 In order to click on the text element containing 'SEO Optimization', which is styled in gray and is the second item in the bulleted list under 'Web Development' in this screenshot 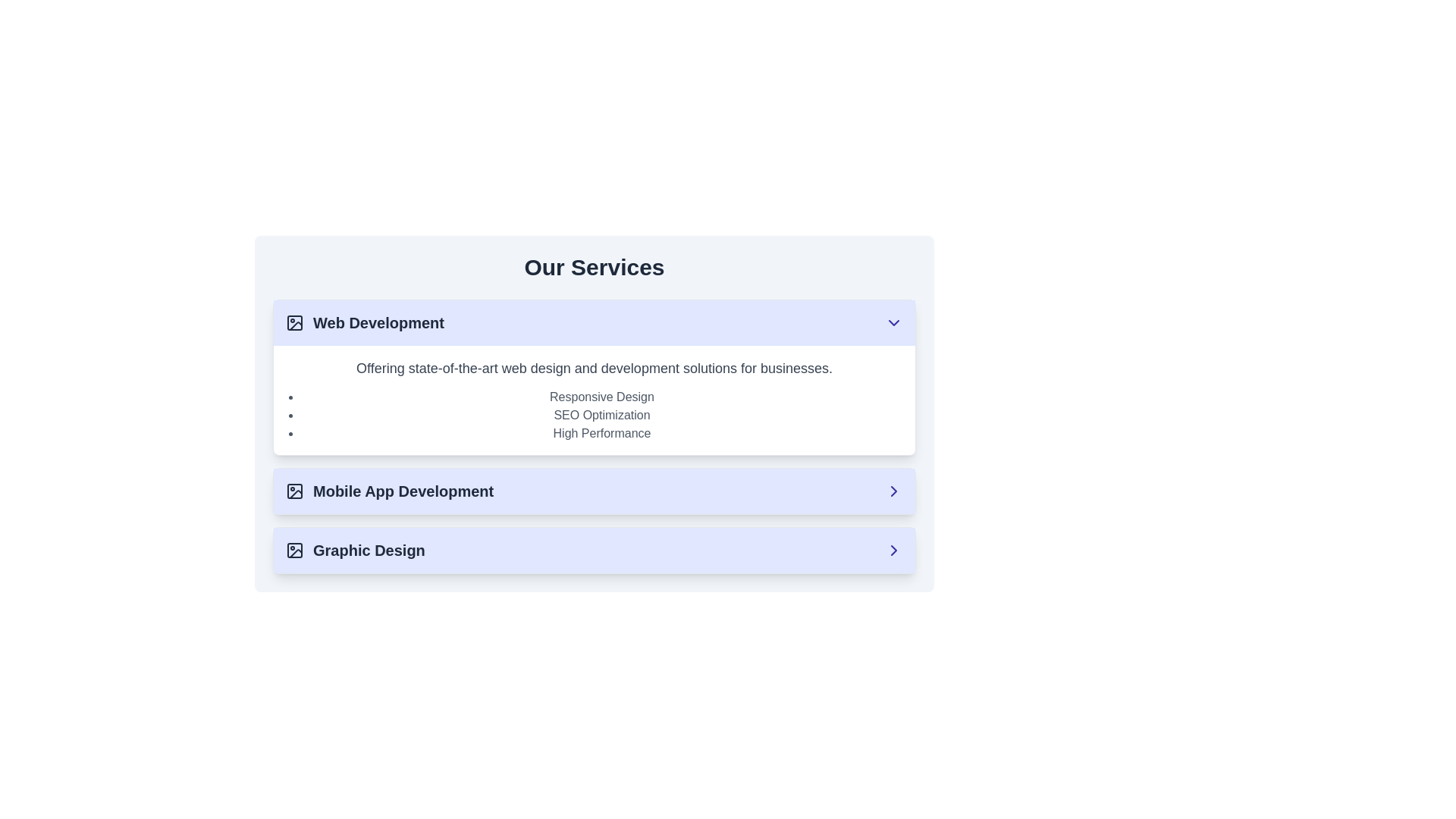, I will do `click(601, 415)`.